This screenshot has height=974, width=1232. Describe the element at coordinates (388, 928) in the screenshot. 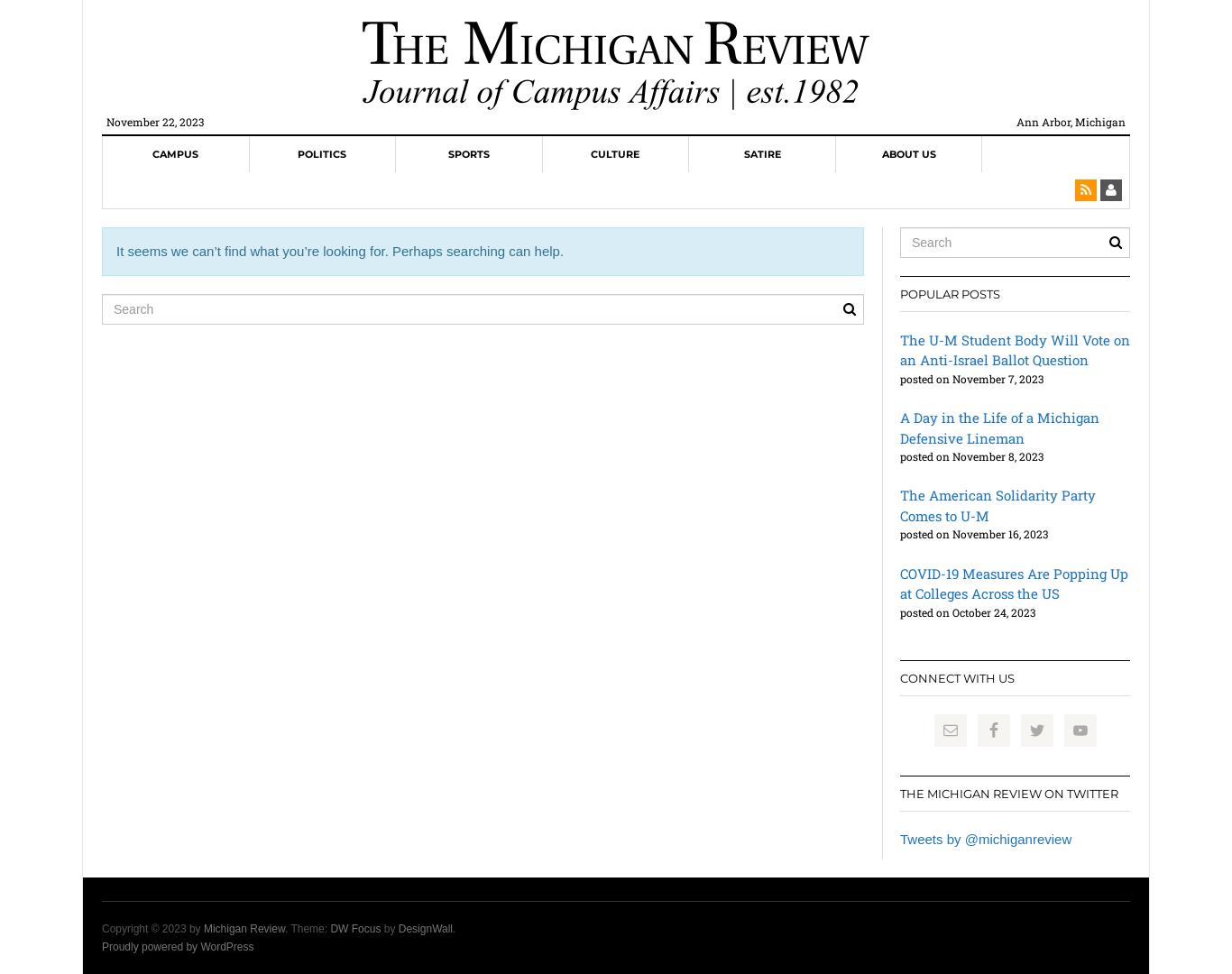

I see `'by'` at that location.